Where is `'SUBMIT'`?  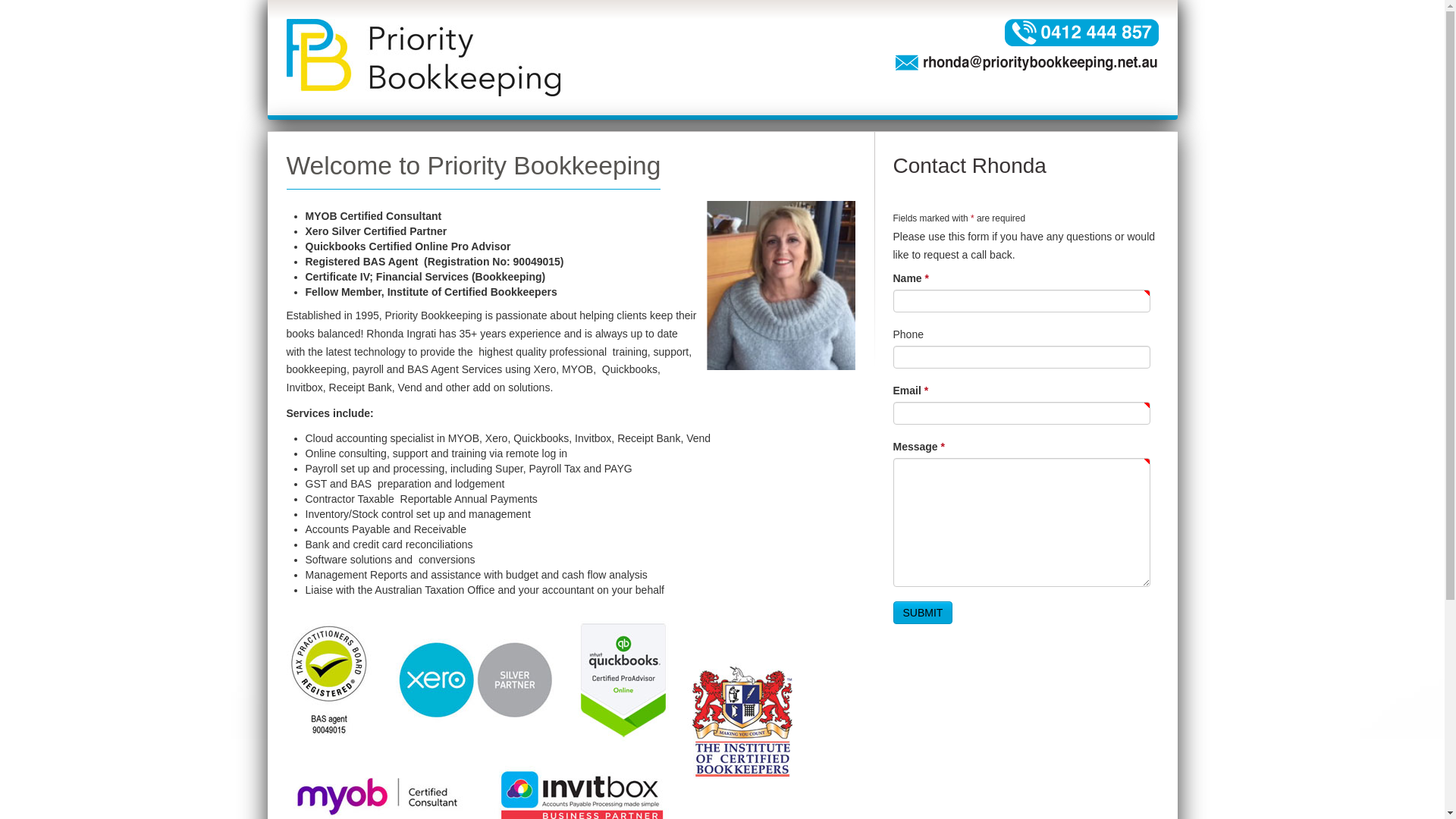
'SUBMIT' is located at coordinates (922, 611).